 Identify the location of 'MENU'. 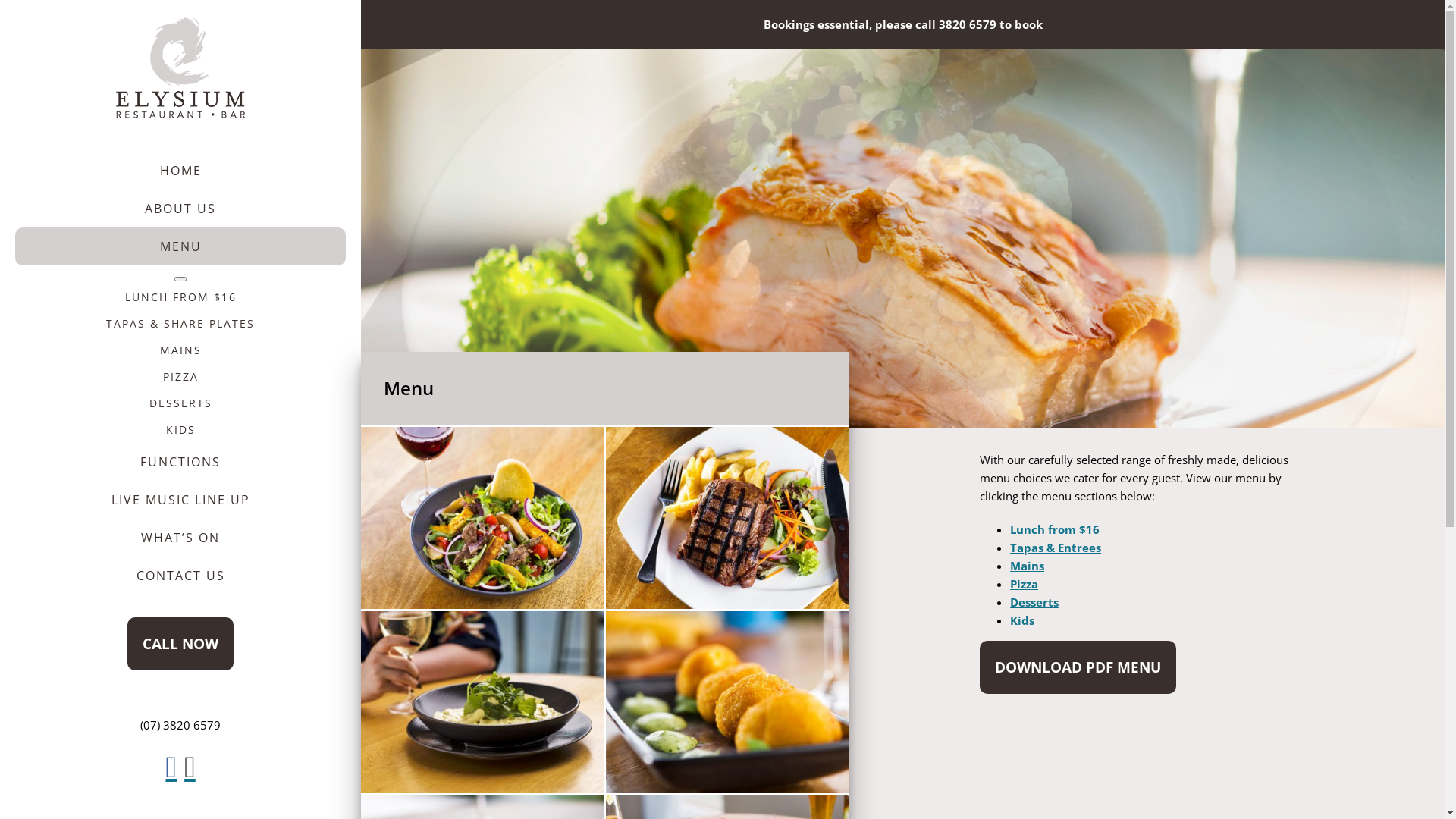
(180, 245).